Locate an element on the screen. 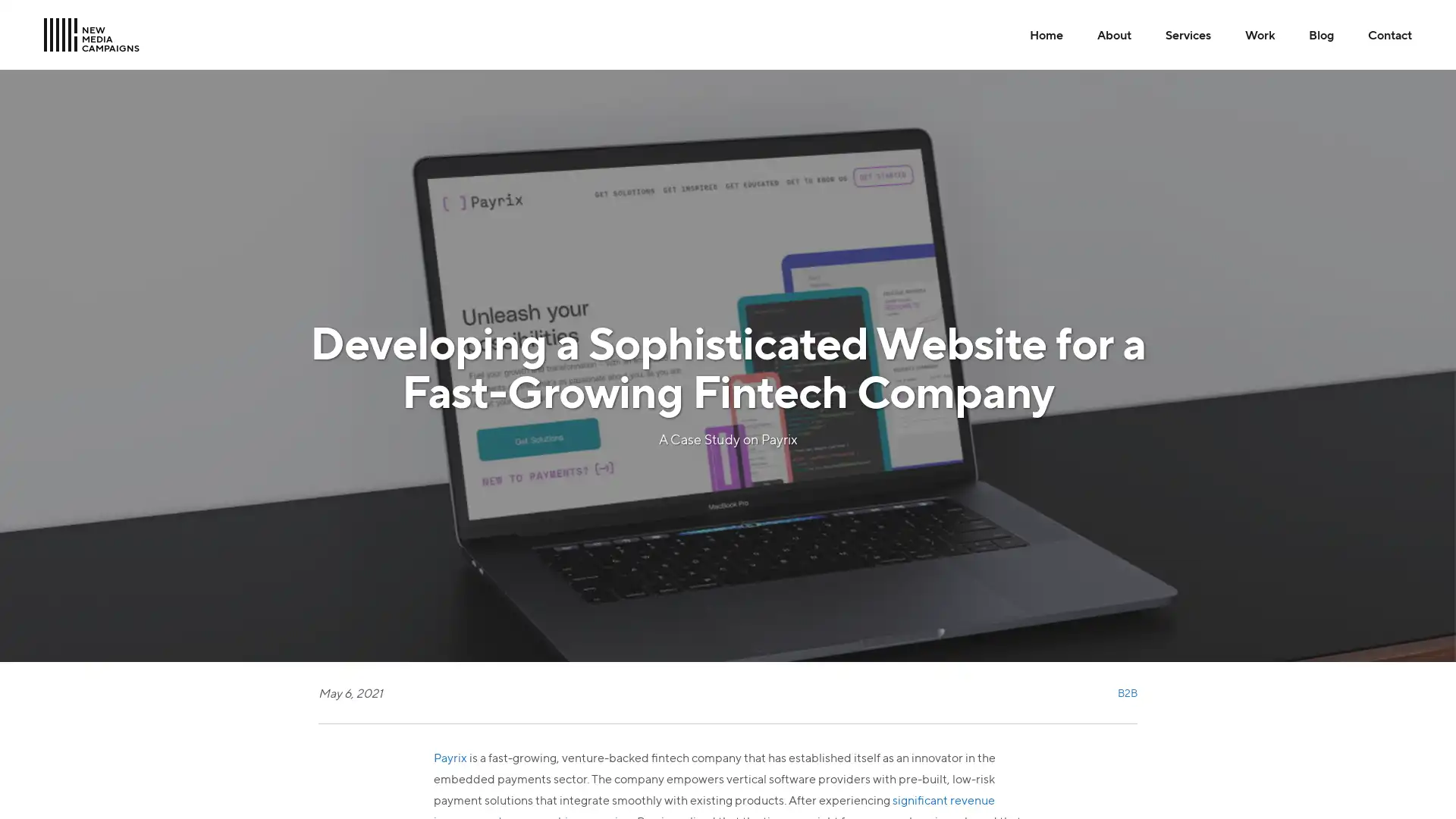  Skip to Main Content is located at coordinates (15, 15).